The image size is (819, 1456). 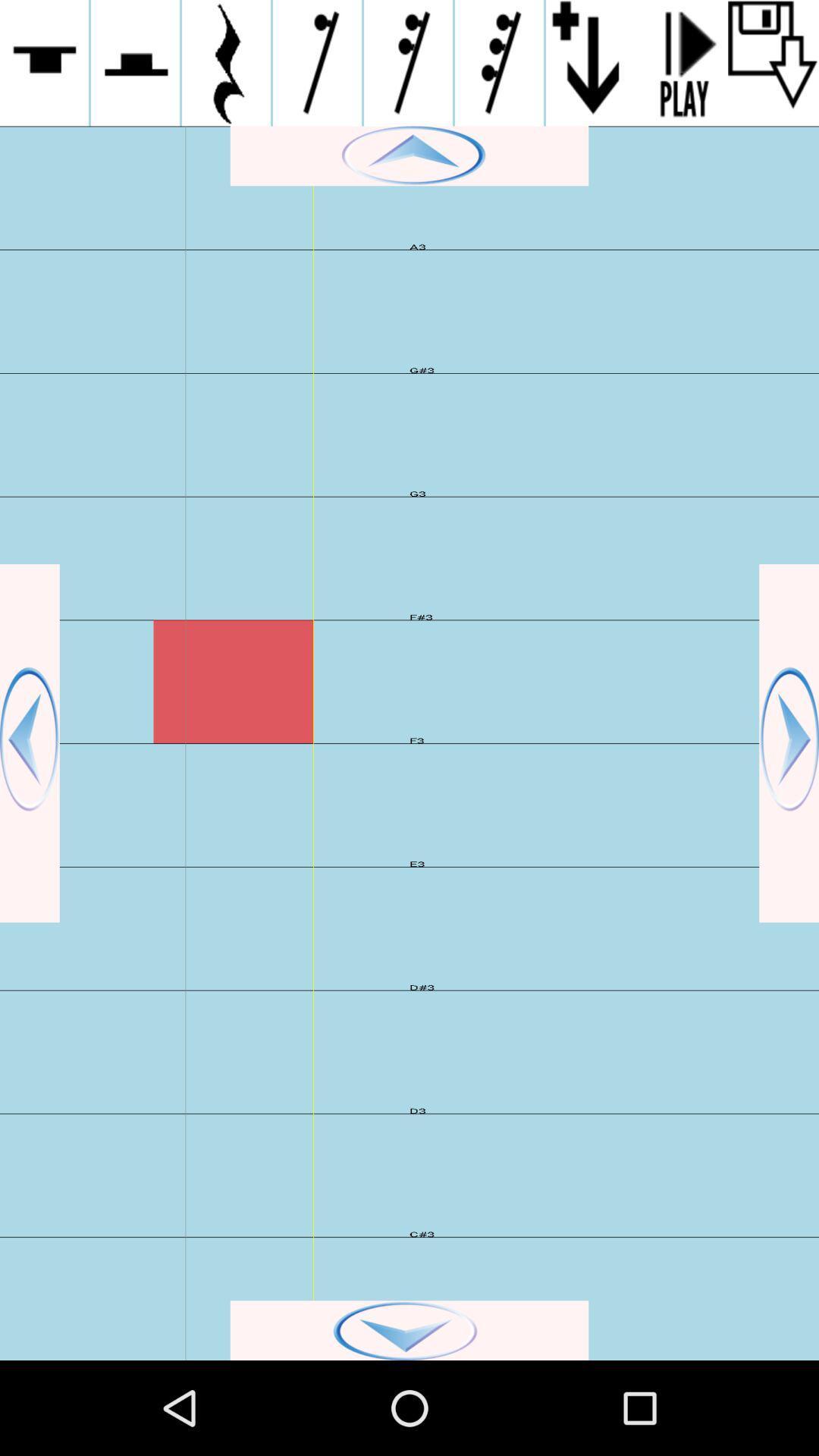 I want to click on rest, so click(x=134, y=62).